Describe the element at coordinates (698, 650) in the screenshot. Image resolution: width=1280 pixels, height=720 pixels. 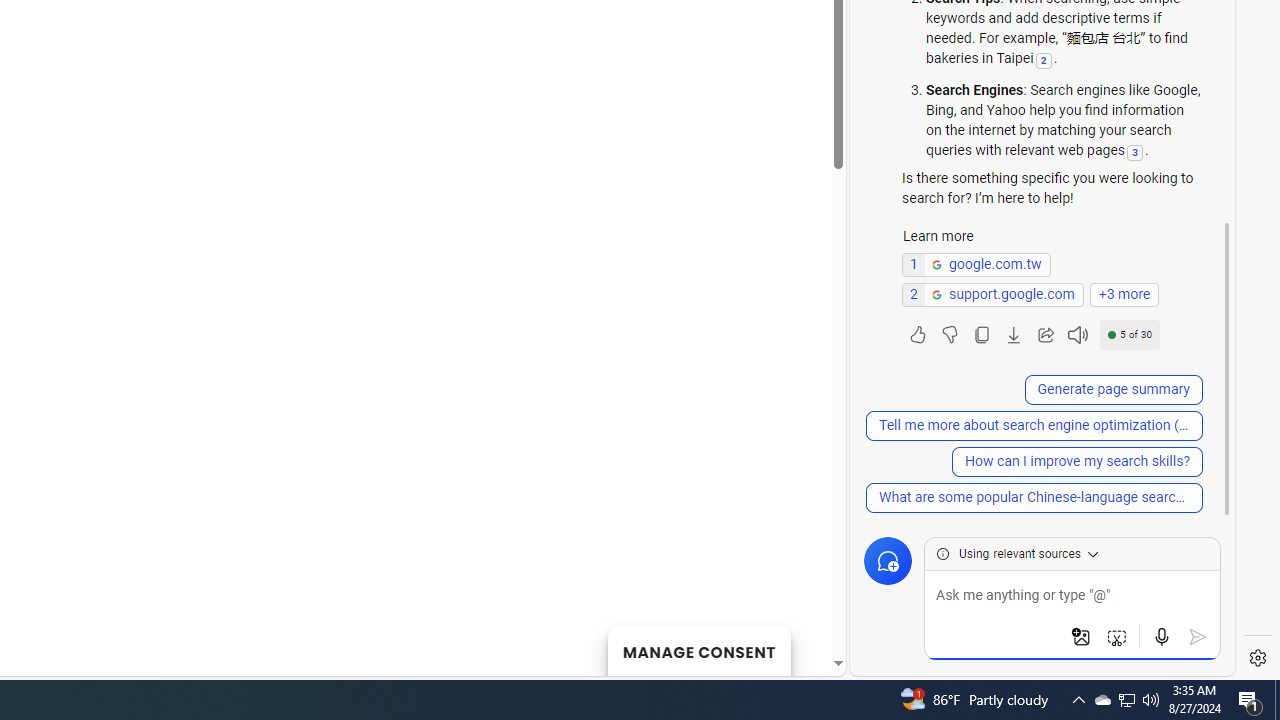
I see `'MANAGE CONSENT'` at that location.